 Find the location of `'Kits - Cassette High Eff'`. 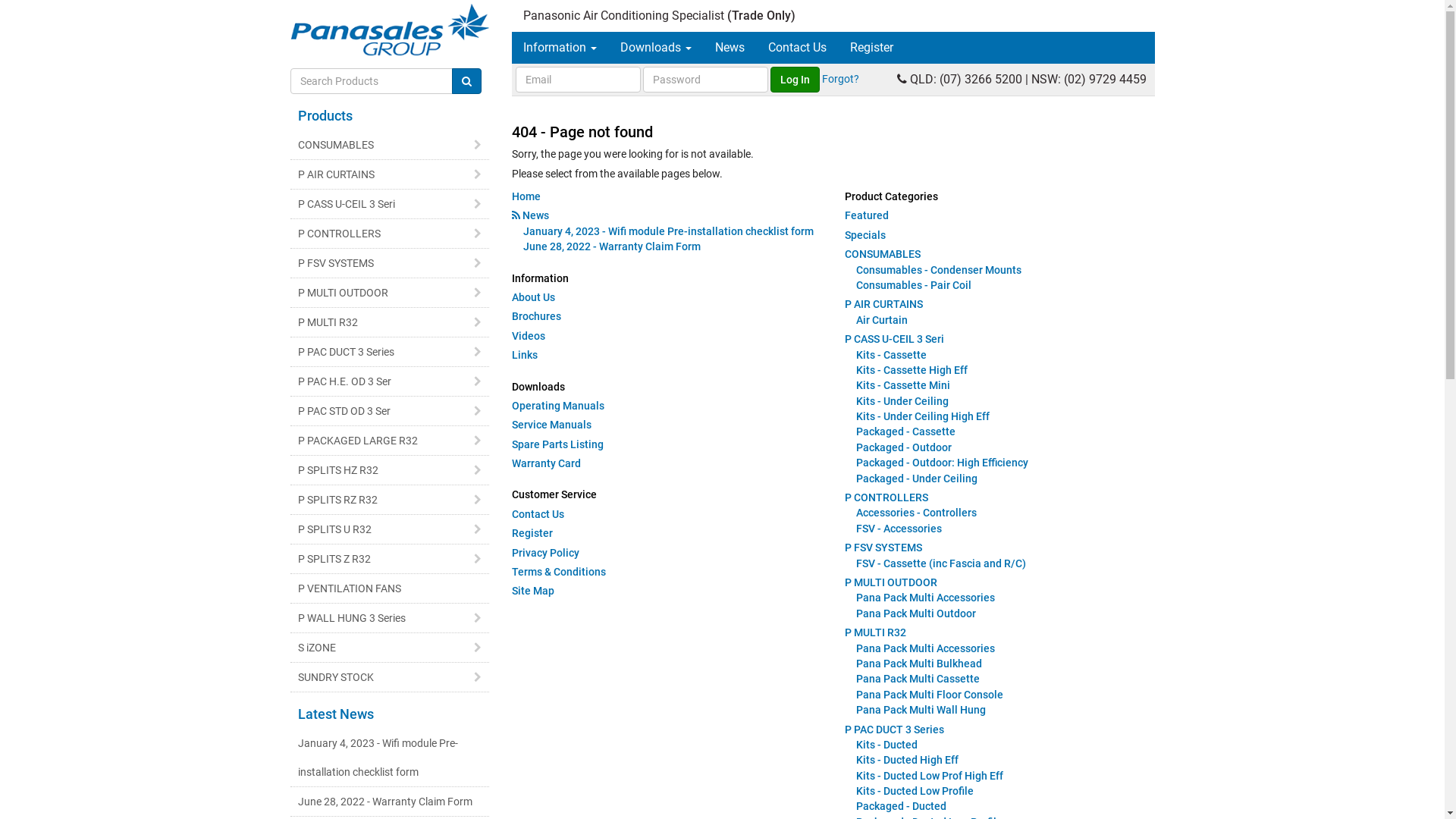

'Kits - Cassette High Eff' is located at coordinates (911, 370).